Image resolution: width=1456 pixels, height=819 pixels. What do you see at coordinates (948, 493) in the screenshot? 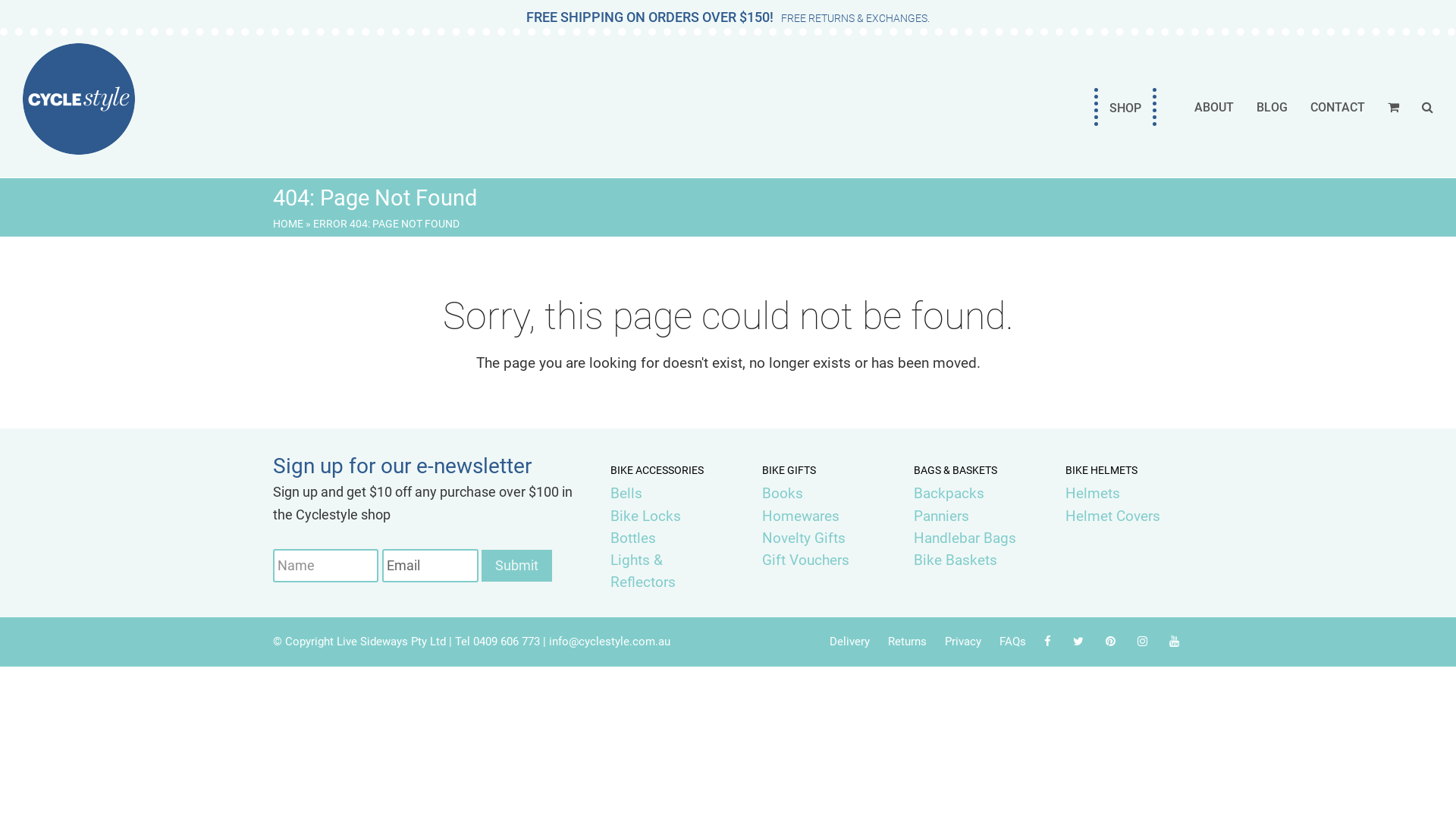
I see `'Backpacks'` at bounding box center [948, 493].